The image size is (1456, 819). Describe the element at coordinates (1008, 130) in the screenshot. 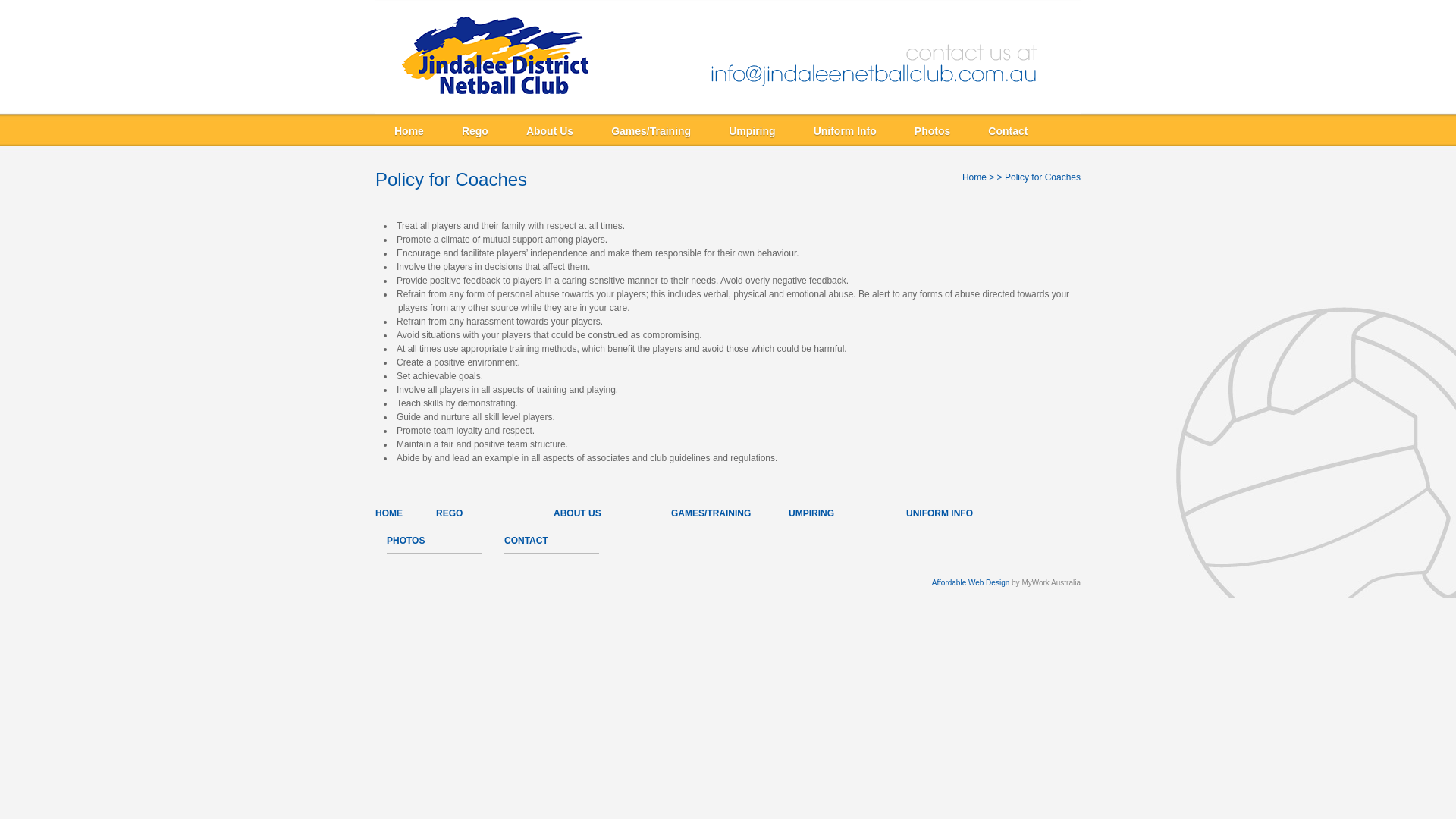

I see `'Contact'` at that location.